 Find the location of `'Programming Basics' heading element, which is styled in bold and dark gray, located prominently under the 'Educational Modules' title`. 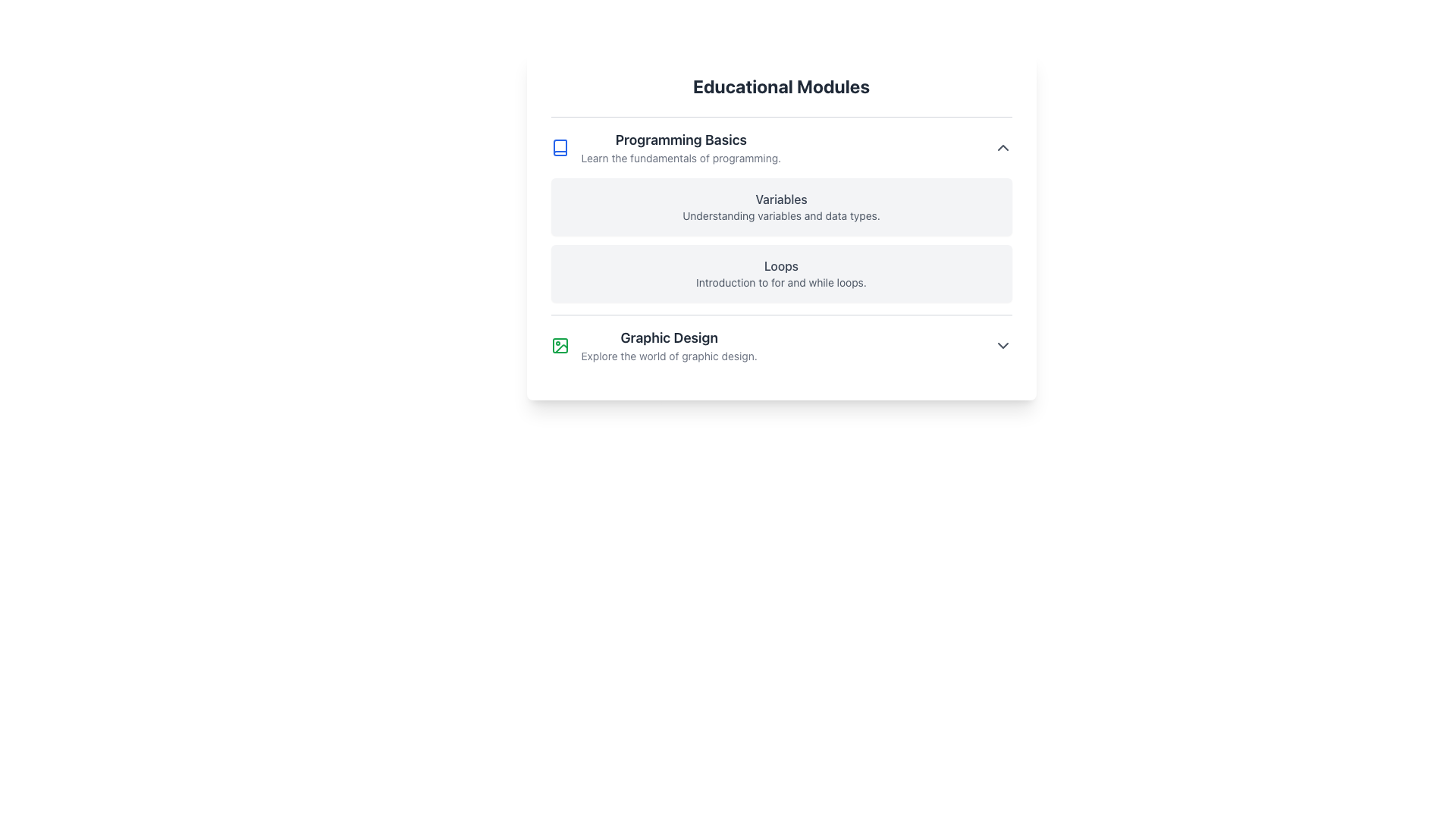

'Programming Basics' heading element, which is styled in bold and dark gray, located prominently under the 'Educational Modules' title is located at coordinates (680, 140).